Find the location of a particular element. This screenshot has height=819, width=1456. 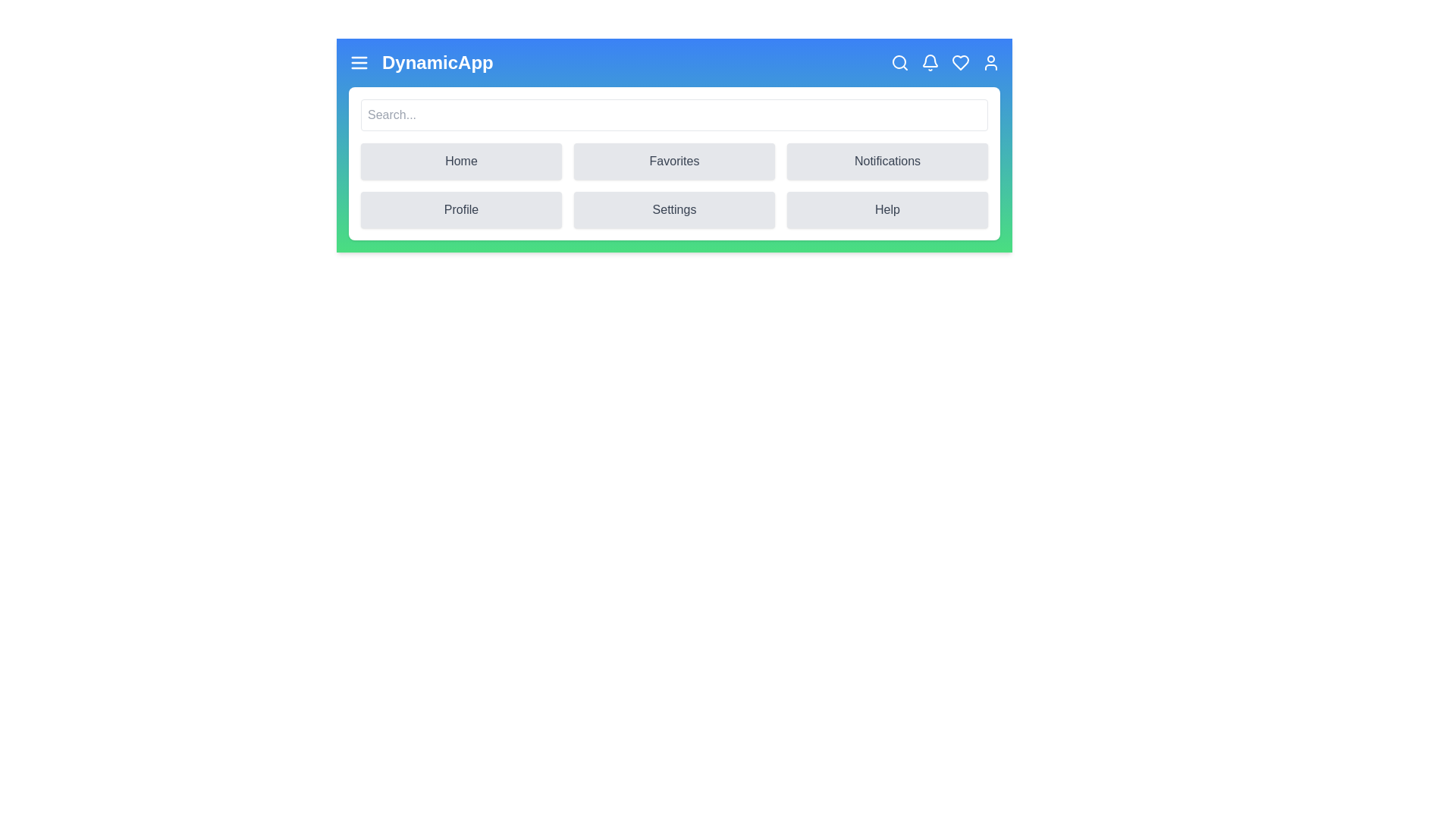

the 'Help' button in the menu is located at coordinates (887, 210).